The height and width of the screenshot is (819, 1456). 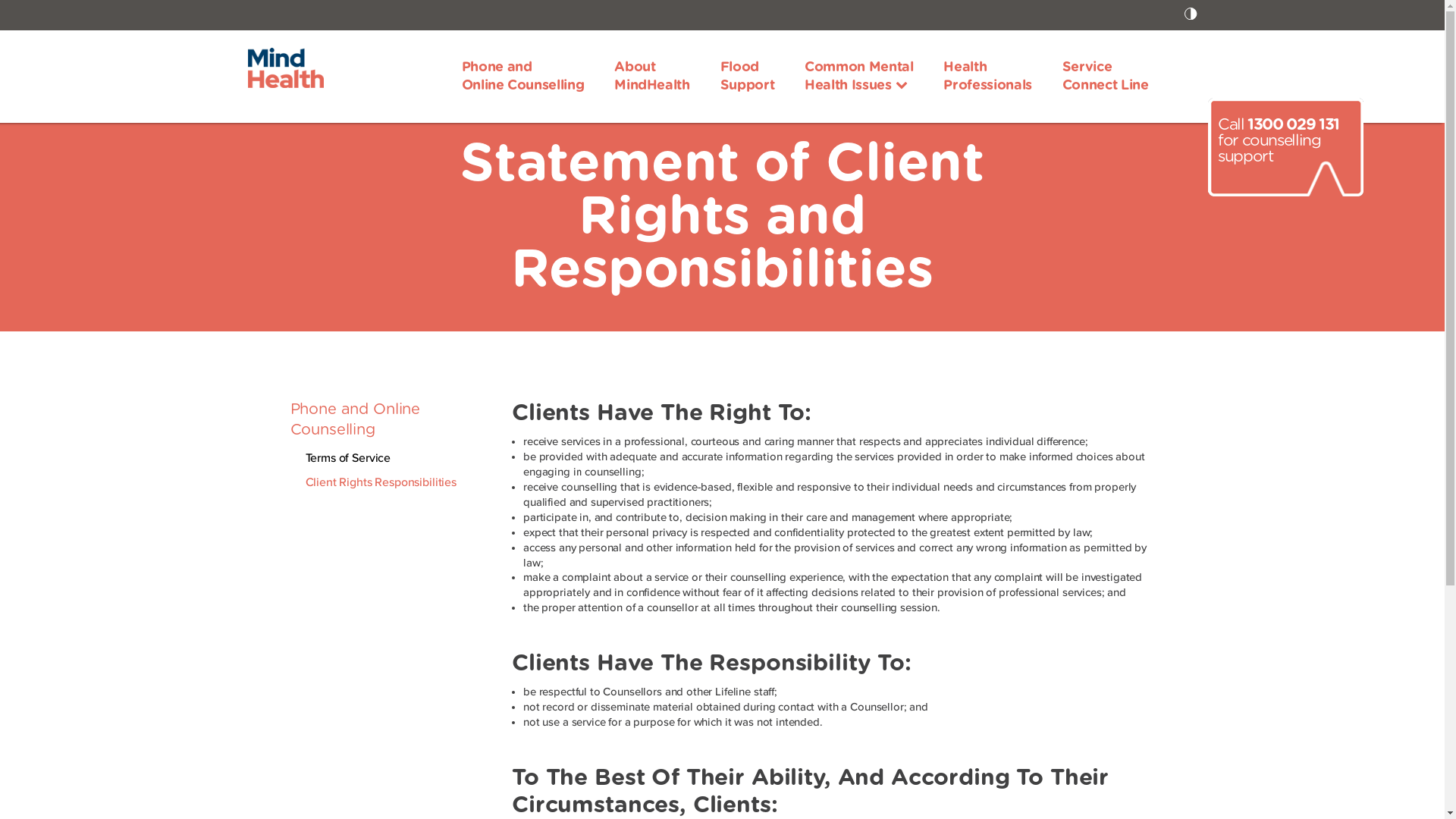 What do you see at coordinates (1189, 14) in the screenshot?
I see `'Toggle High Contrast icon'` at bounding box center [1189, 14].